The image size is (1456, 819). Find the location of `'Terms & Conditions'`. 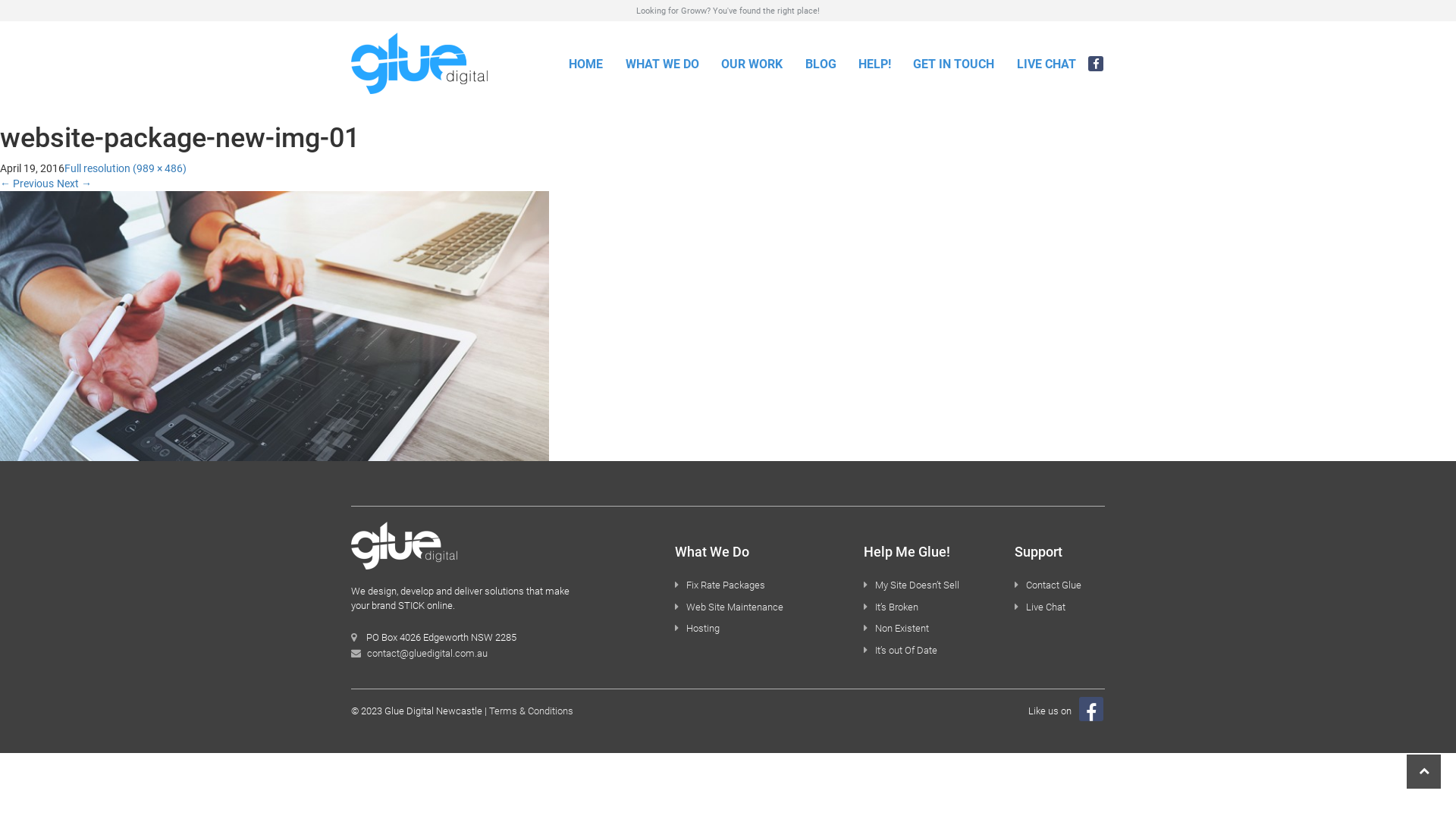

'Terms & Conditions' is located at coordinates (531, 711).